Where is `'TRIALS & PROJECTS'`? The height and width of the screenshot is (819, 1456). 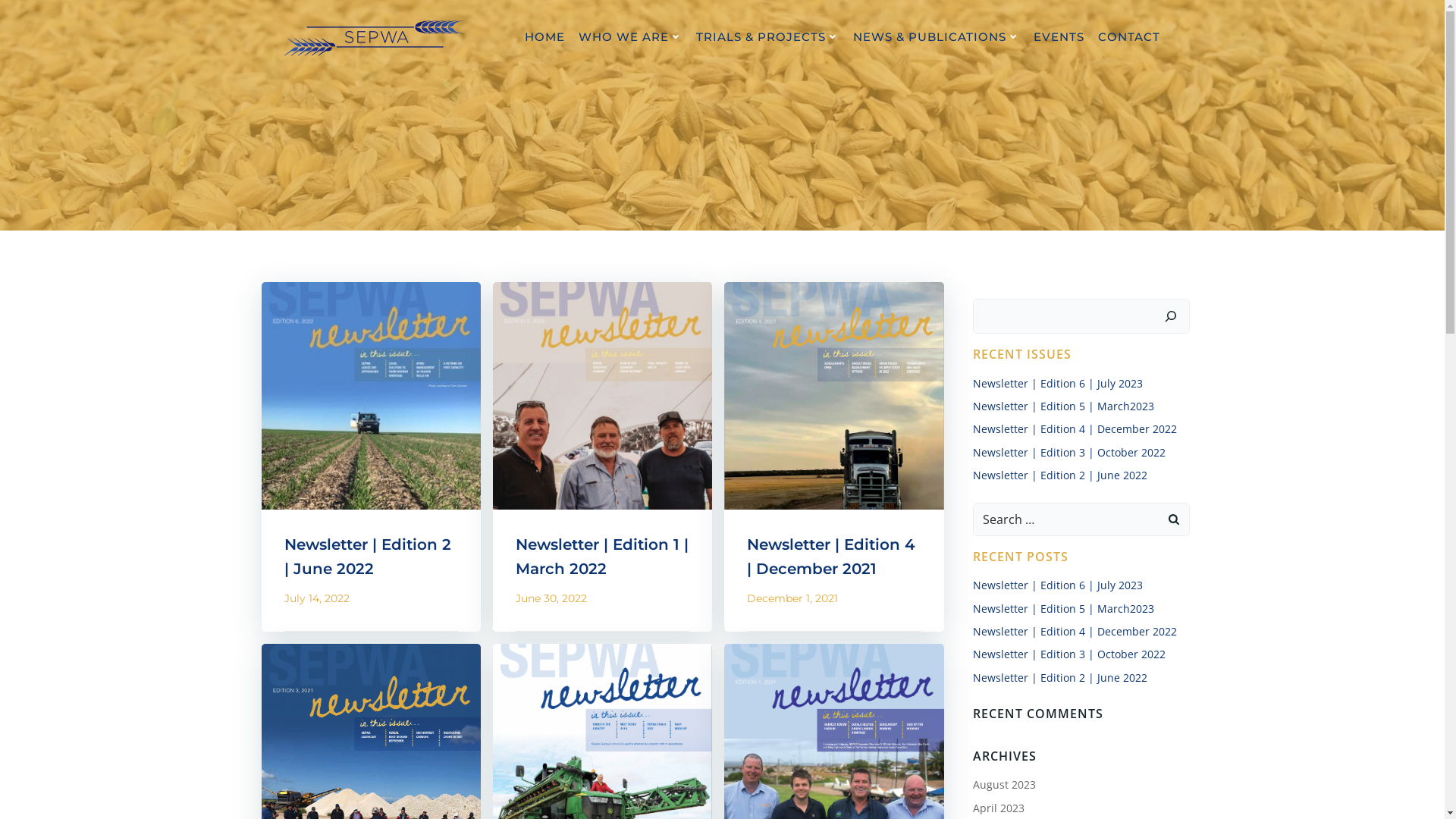 'TRIALS & PROJECTS' is located at coordinates (767, 36).